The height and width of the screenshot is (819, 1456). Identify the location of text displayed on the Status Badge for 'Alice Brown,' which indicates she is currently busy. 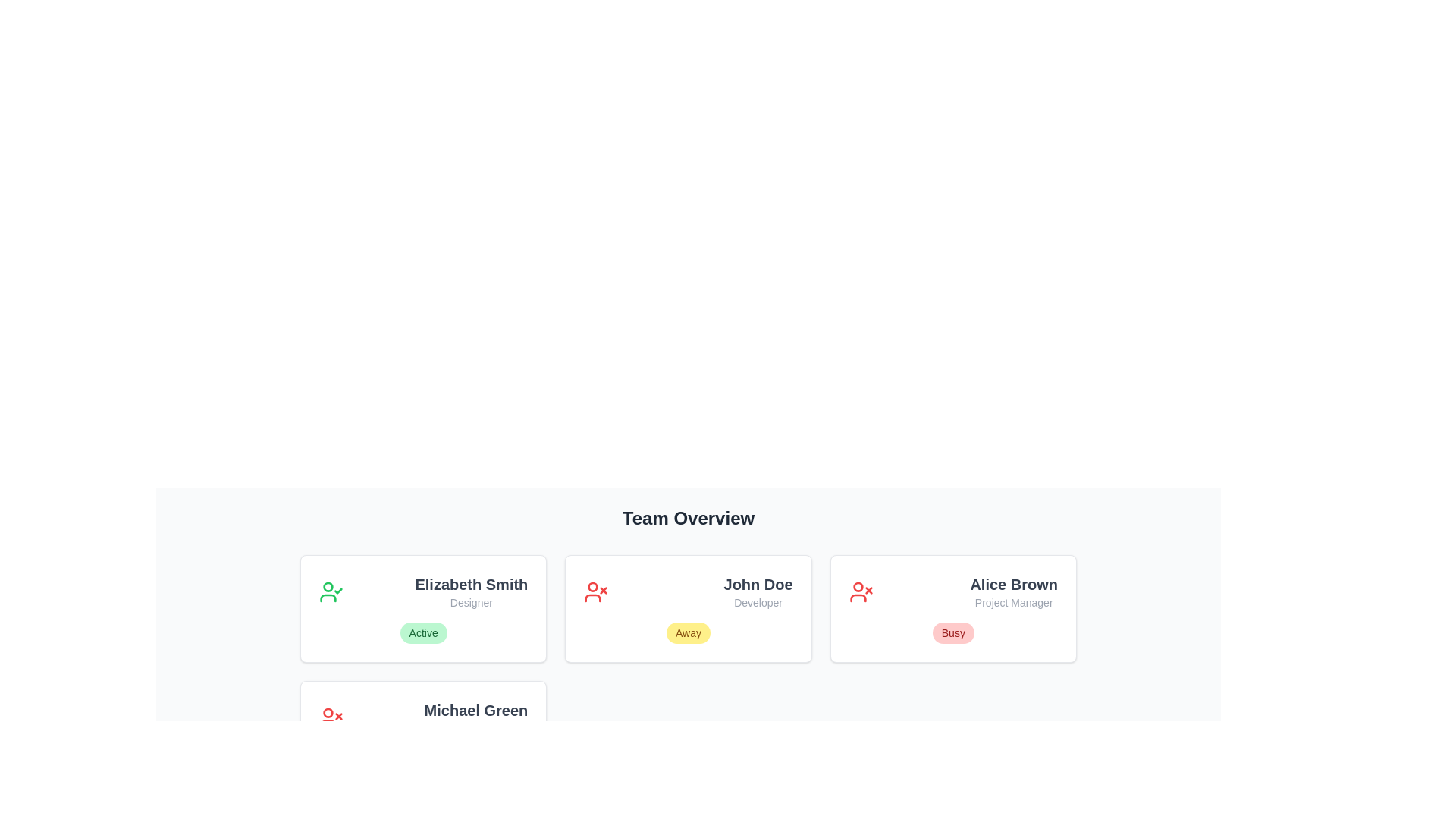
(952, 632).